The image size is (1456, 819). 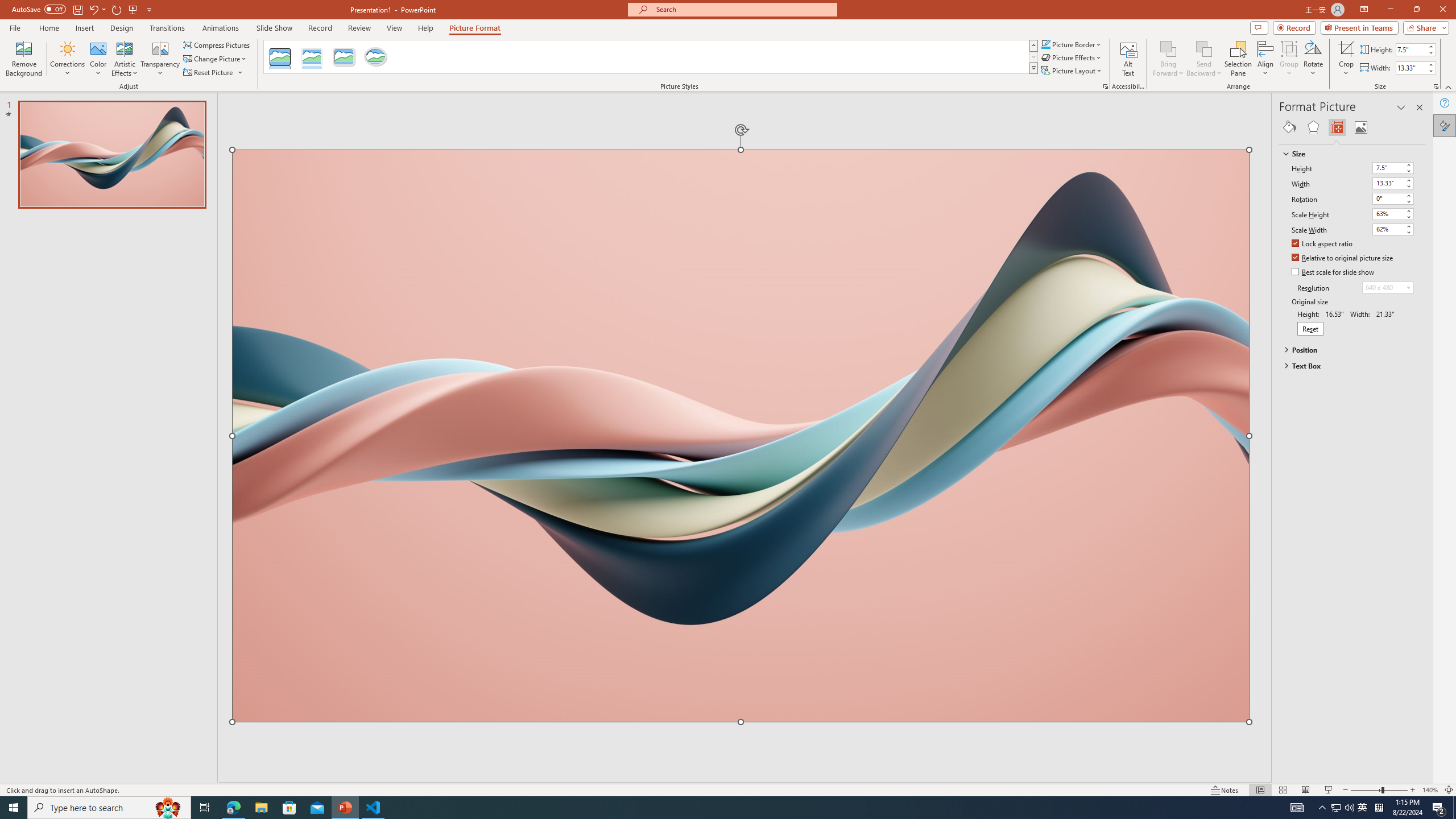 I want to click on 'Scale Width', so click(x=1393, y=229).